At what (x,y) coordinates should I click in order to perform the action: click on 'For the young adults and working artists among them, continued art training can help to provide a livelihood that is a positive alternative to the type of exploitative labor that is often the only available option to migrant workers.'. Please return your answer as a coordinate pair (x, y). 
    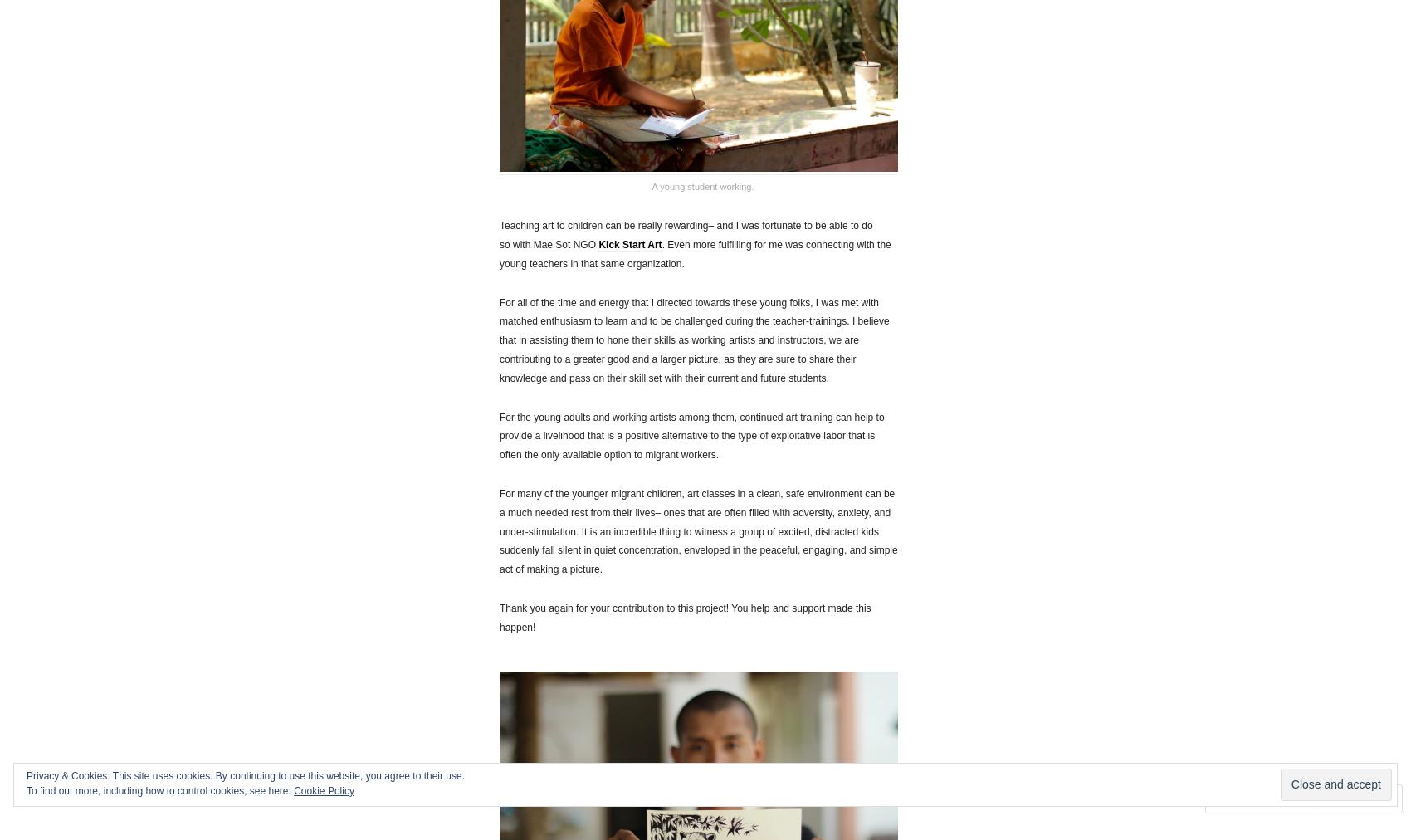
    Looking at the image, I should click on (691, 435).